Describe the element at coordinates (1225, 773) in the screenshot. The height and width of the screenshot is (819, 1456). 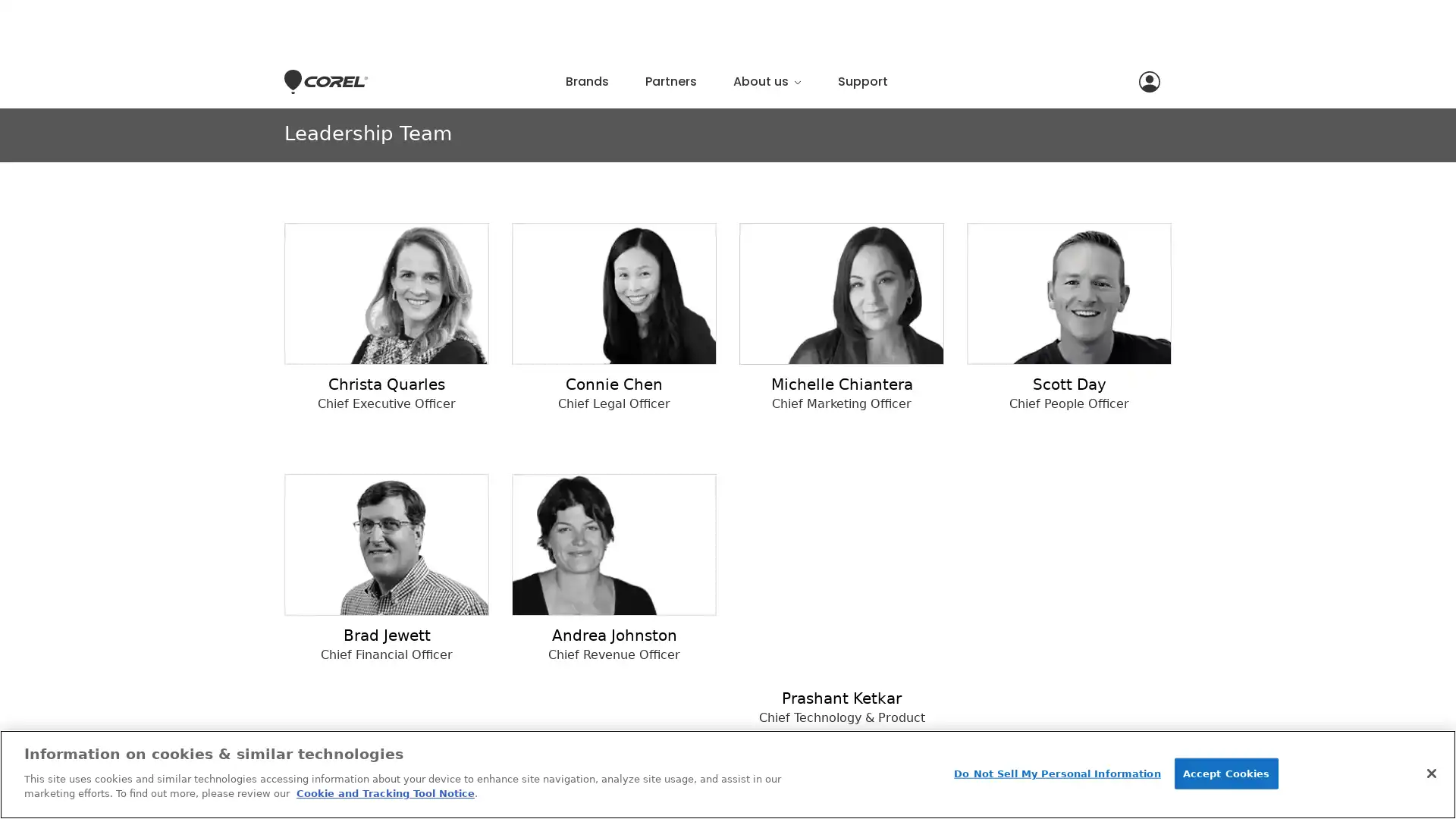
I see `Accept Cookies` at that location.